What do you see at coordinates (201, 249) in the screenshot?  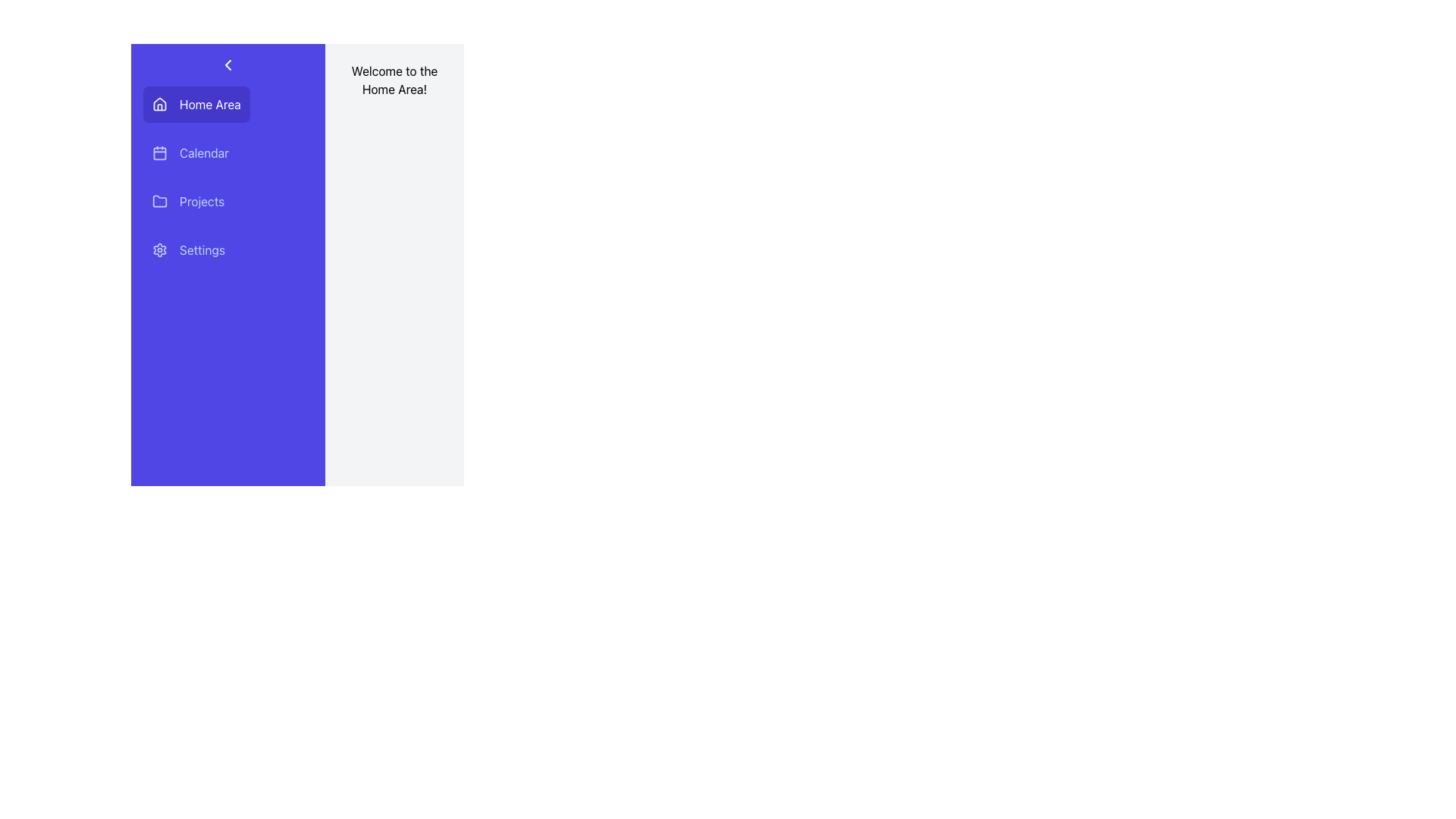 I see `the static text label for the settings navigation item located in the left navigation panel, which is the fourth option adjacent to the gear icon` at bounding box center [201, 249].